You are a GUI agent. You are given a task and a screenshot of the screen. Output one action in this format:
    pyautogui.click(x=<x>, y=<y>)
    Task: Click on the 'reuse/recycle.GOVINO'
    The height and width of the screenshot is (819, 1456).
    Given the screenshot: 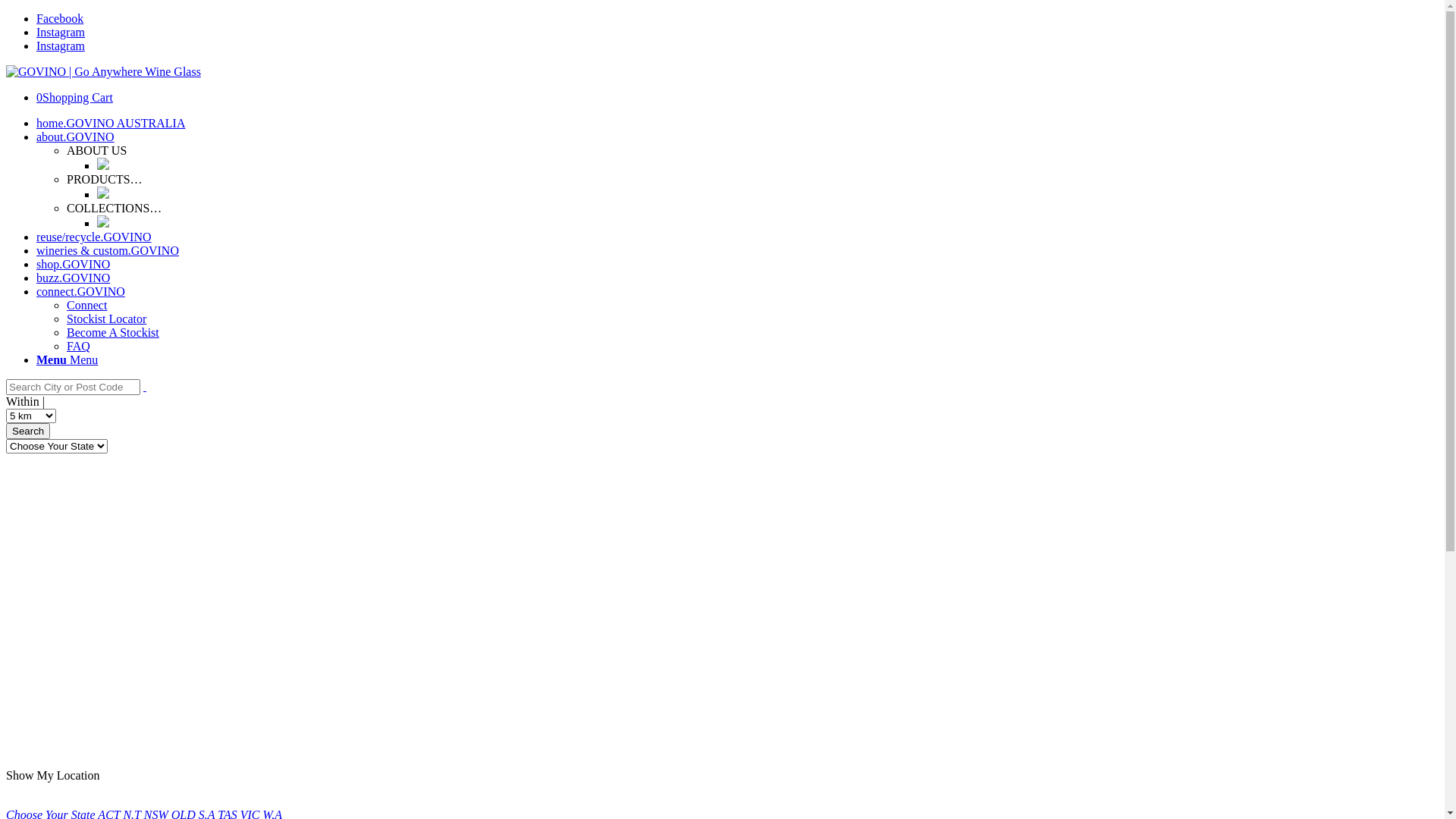 What is the action you would take?
    pyautogui.click(x=36, y=237)
    